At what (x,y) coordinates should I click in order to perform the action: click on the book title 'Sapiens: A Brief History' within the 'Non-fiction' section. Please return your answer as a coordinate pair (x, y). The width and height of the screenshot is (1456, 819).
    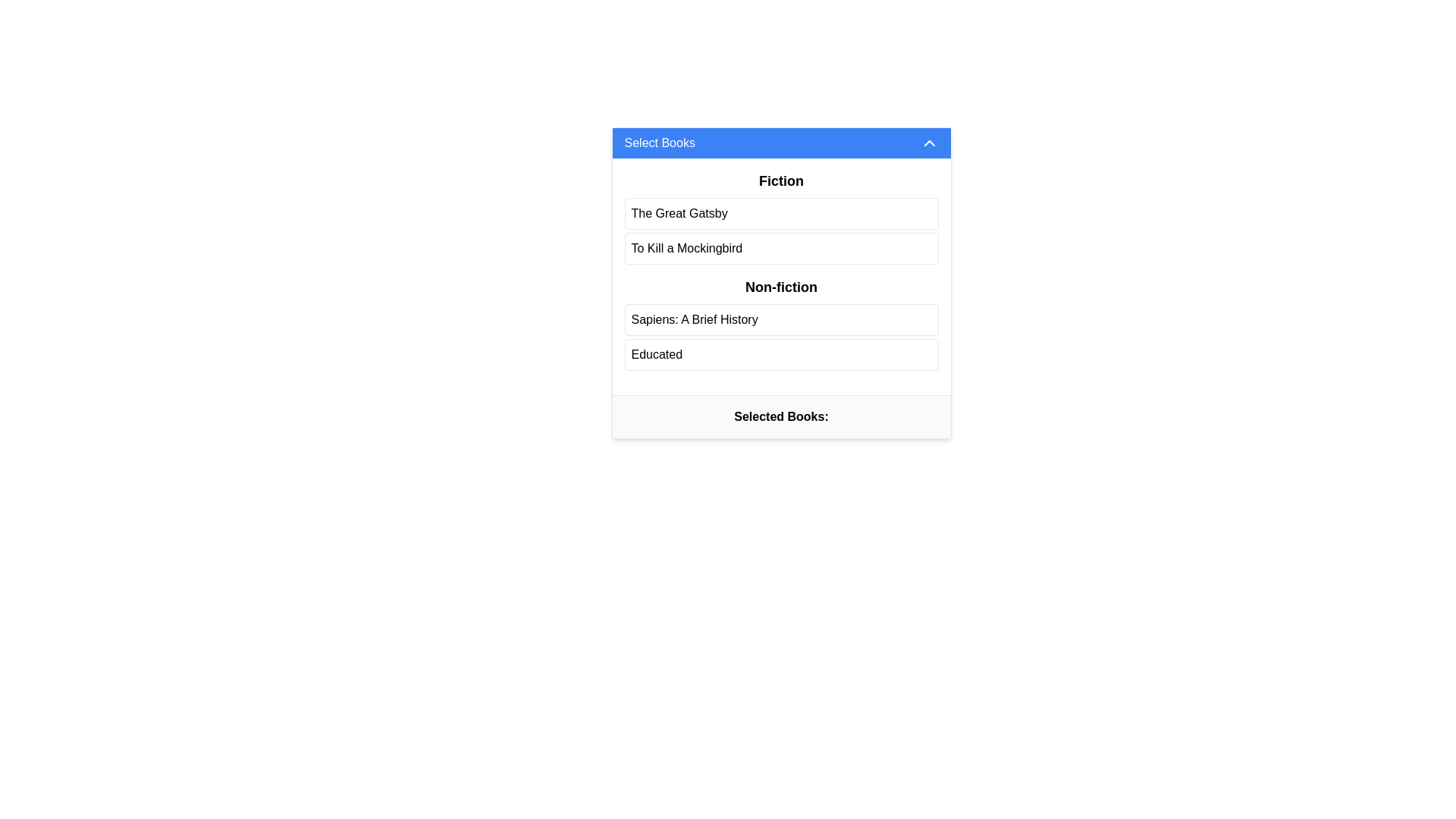
    Looking at the image, I should click on (781, 323).